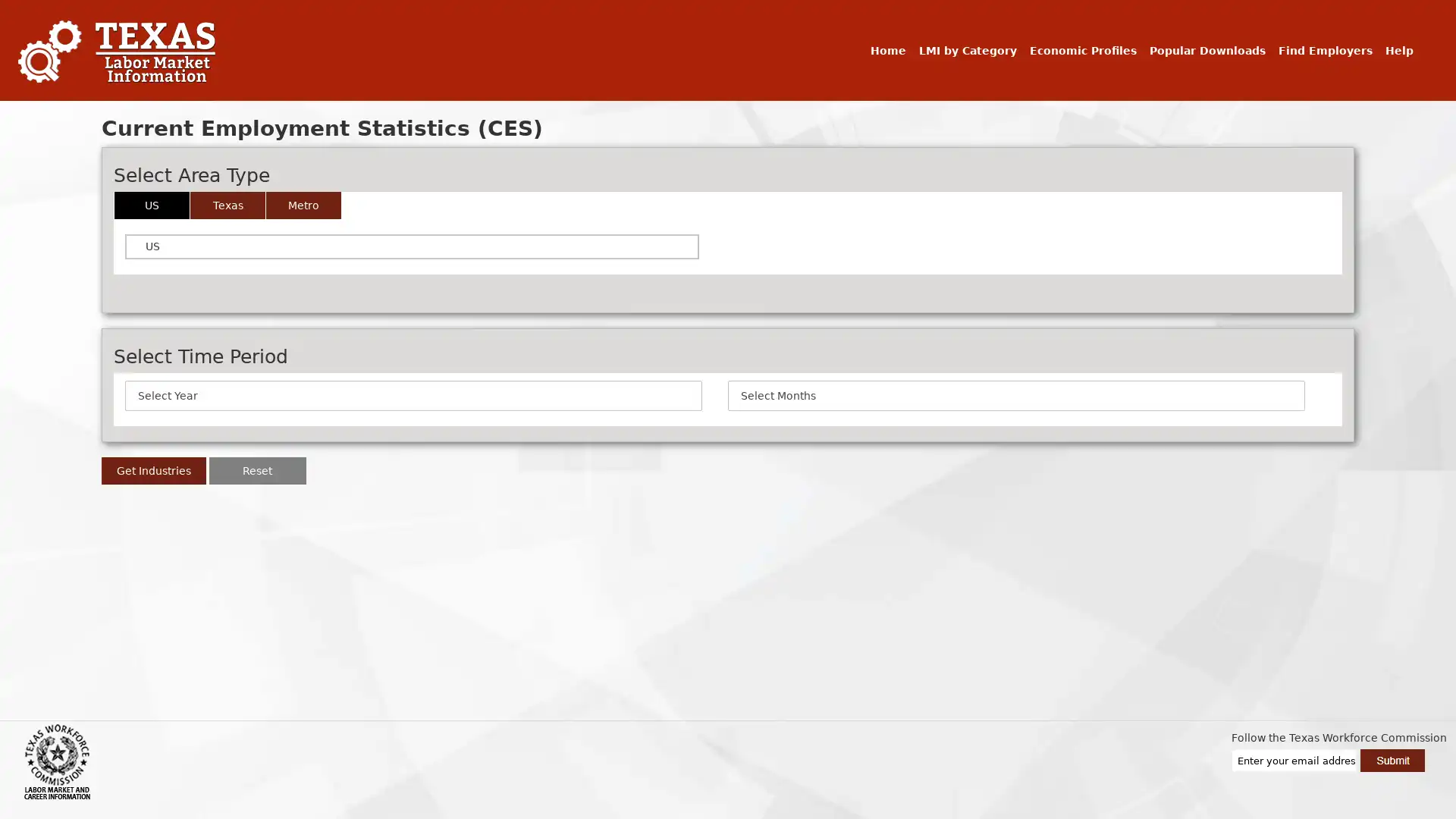 This screenshot has width=1456, height=819. What do you see at coordinates (257, 470) in the screenshot?
I see `Reset` at bounding box center [257, 470].